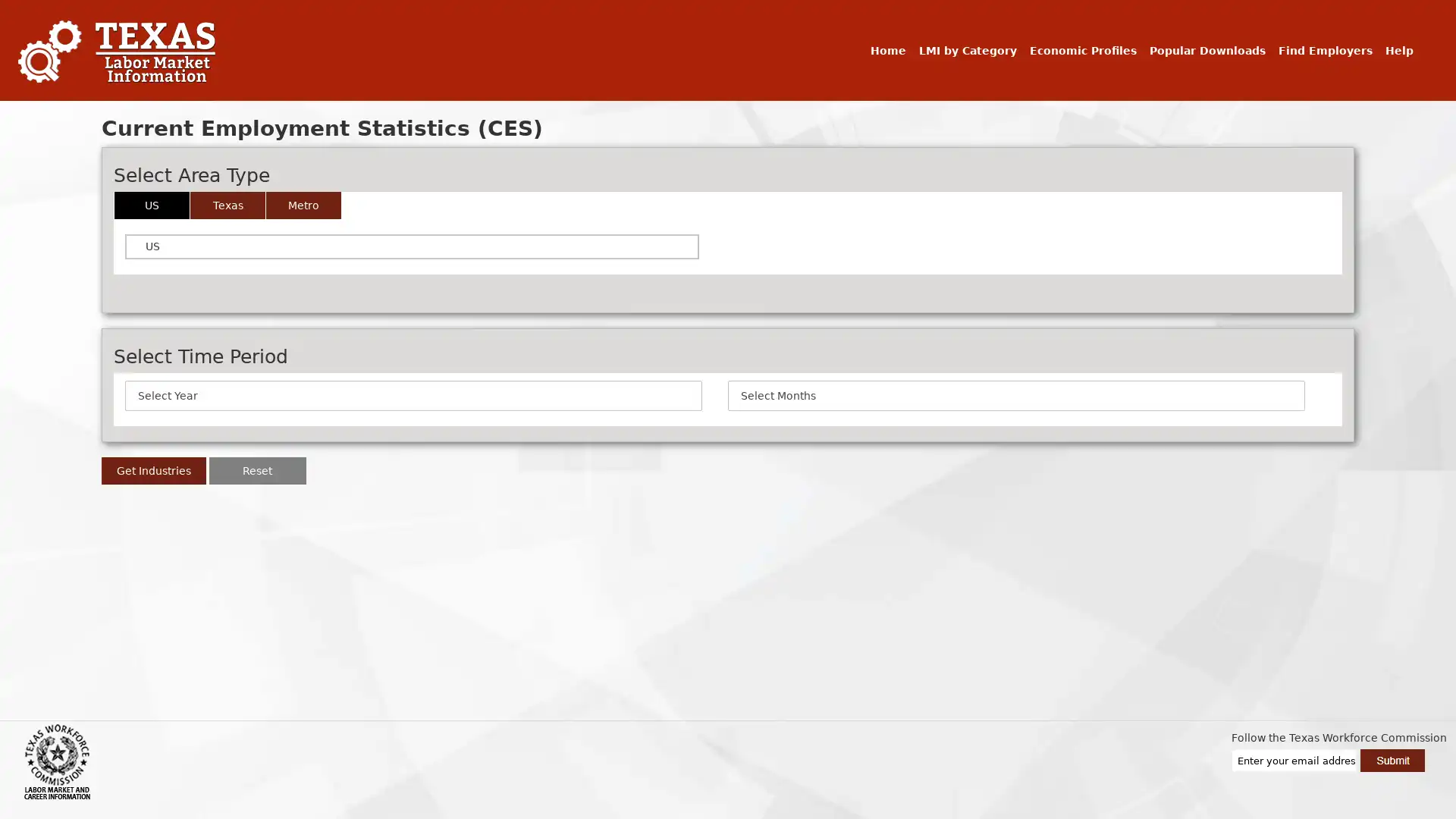 This screenshot has width=1456, height=819. What do you see at coordinates (257, 470) in the screenshot?
I see `Reset` at bounding box center [257, 470].